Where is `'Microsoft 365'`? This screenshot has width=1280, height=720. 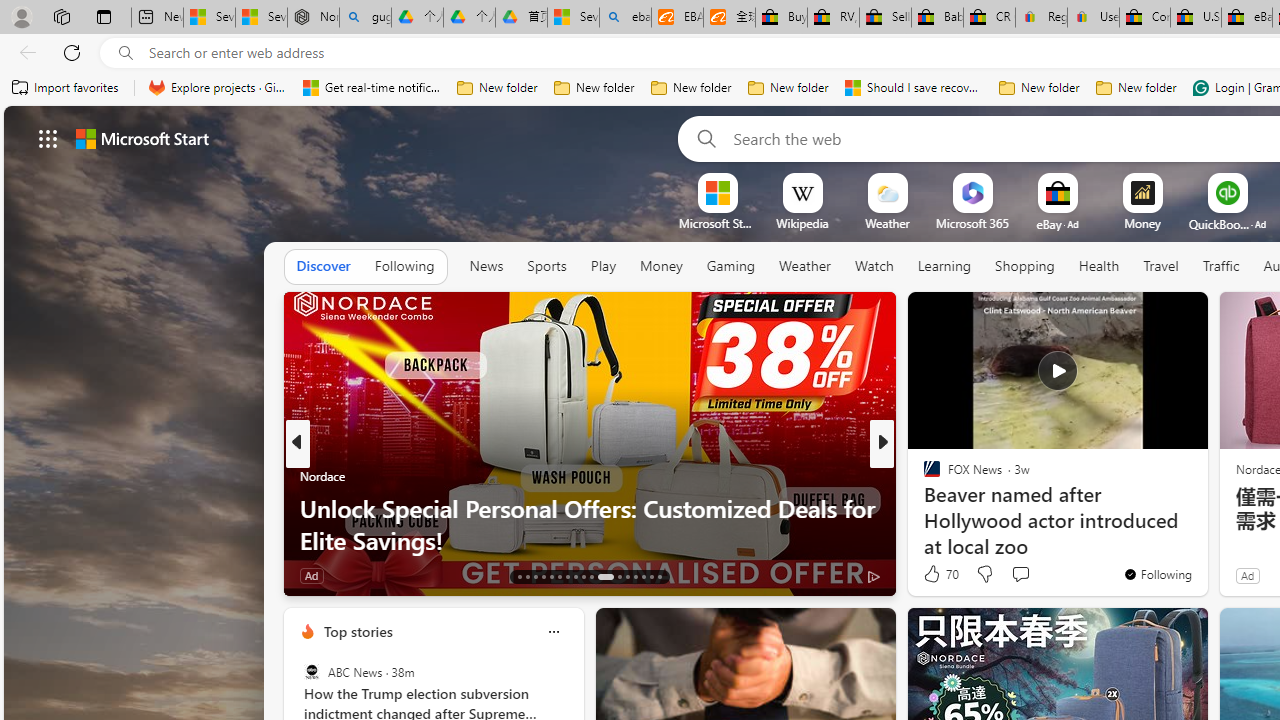
'Microsoft 365' is located at coordinates (972, 223).